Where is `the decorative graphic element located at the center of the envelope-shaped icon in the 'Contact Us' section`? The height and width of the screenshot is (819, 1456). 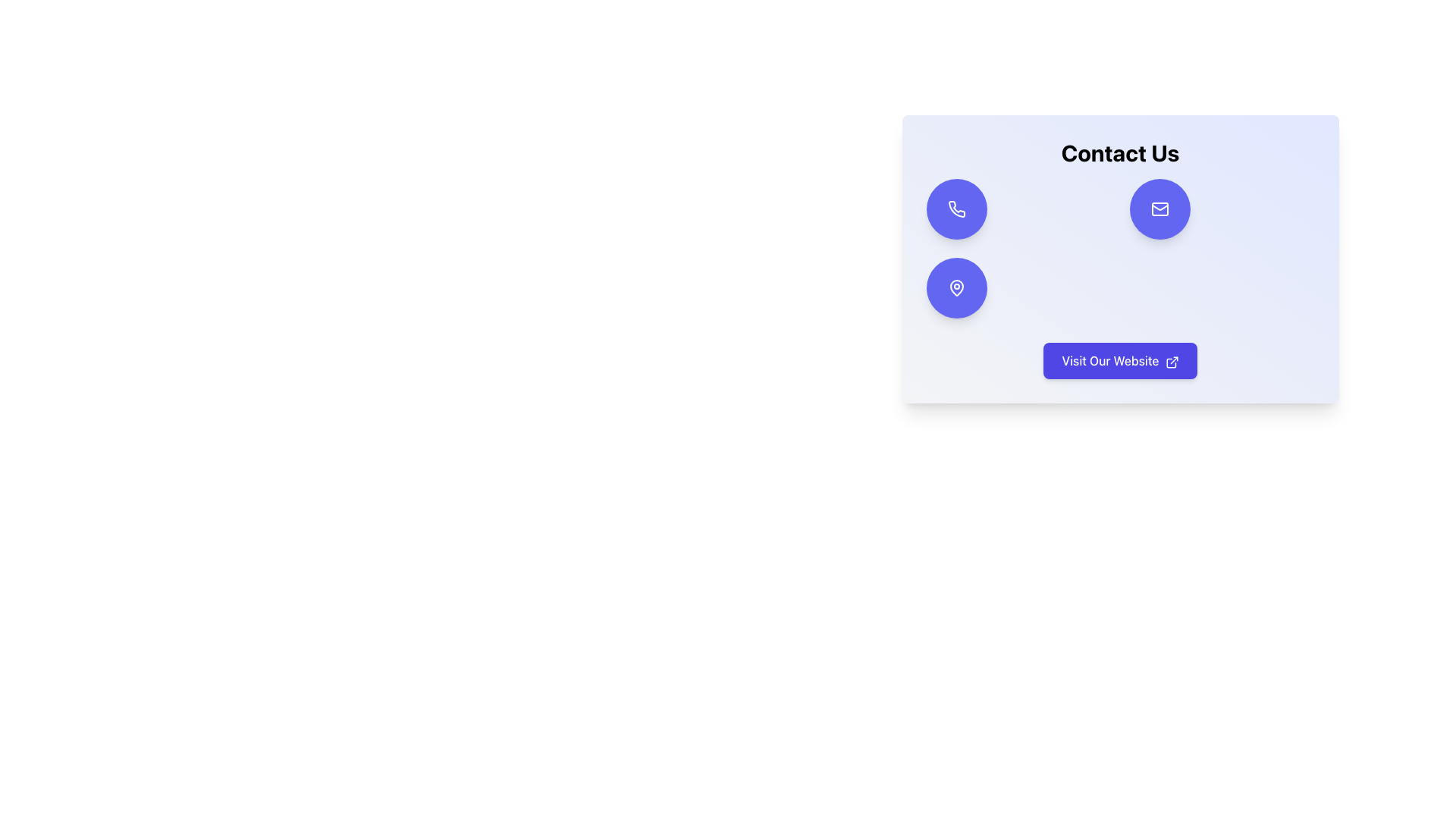
the decorative graphic element located at the center of the envelope-shaped icon in the 'Contact Us' section is located at coordinates (1159, 209).